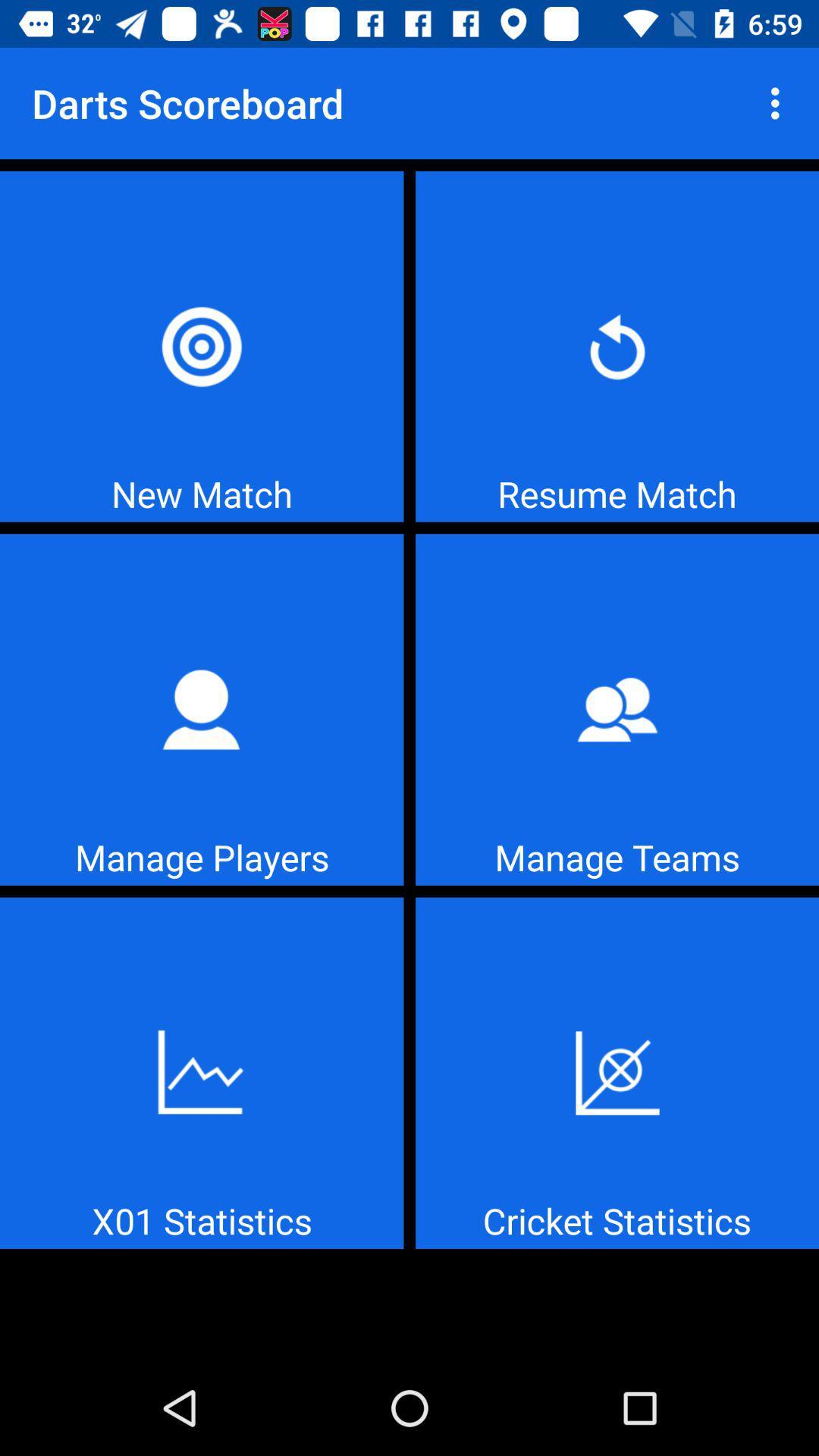 This screenshot has width=819, height=1456. What do you see at coordinates (617, 709) in the screenshot?
I see `manage your teams` at bounding box center [617, 709].